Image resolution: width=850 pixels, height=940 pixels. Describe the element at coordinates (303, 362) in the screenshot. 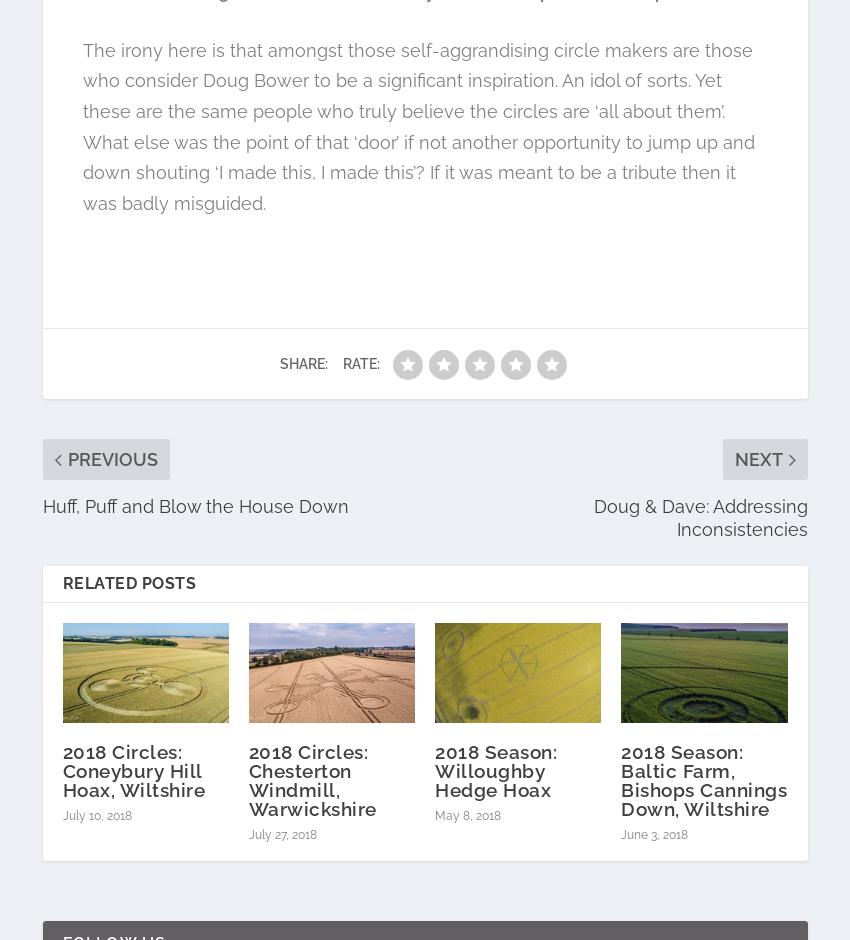

I see `'Share:'` at that location.